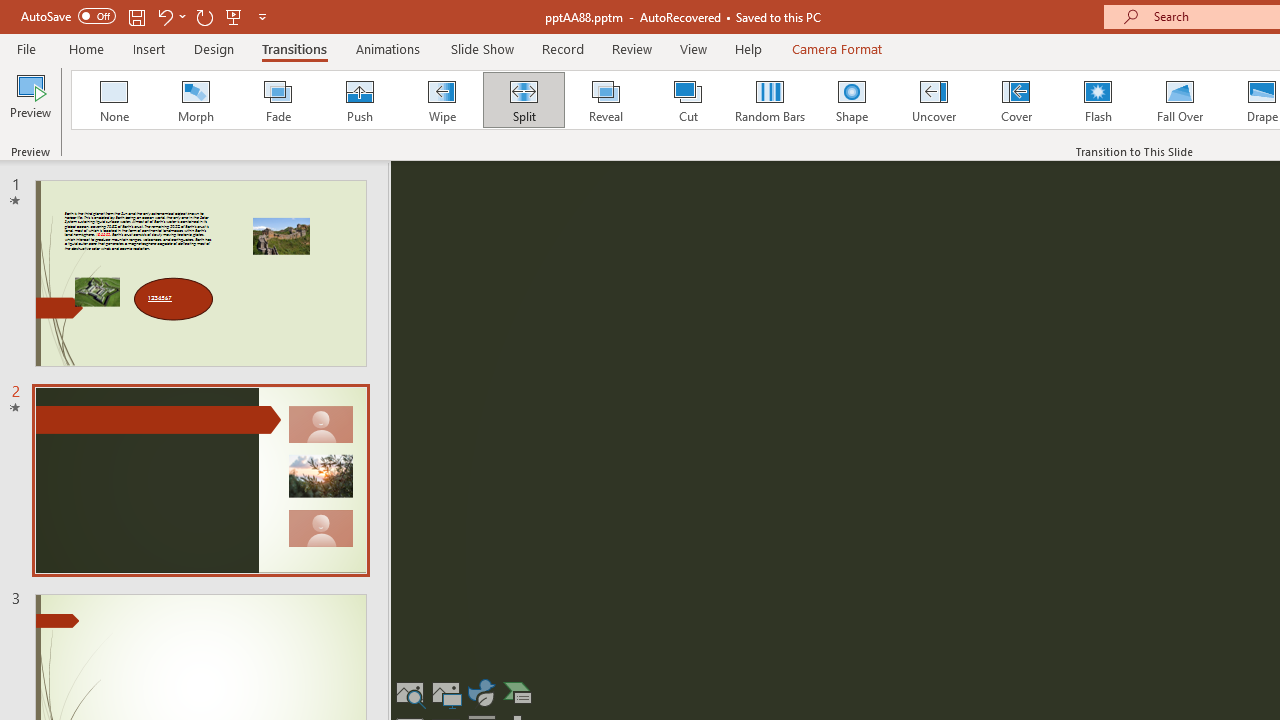 The height and width of the screenshot is (720, 1280). I want to click on 'Flash', so click(1097, 100).